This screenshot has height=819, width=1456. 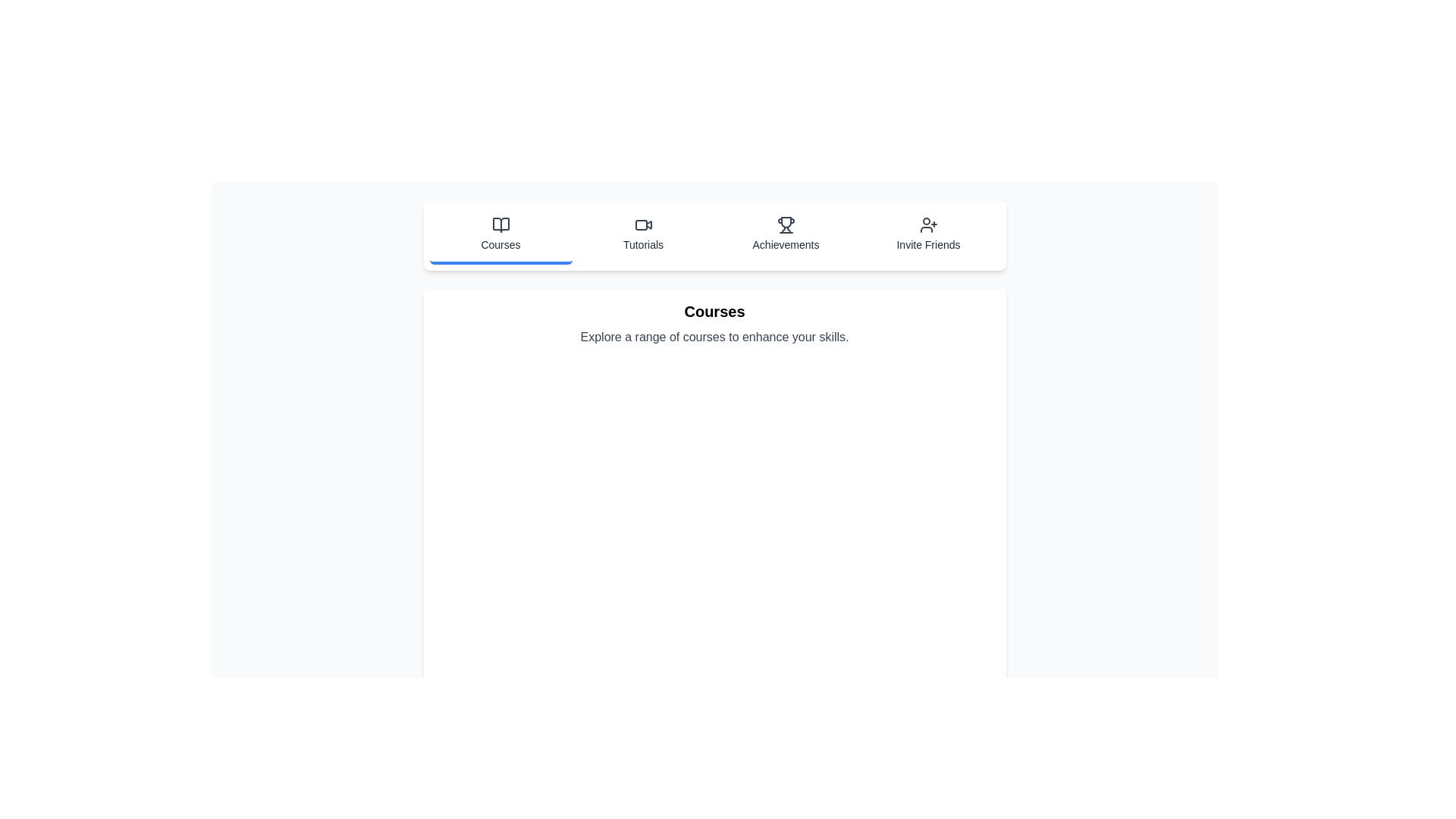 What do you see at coordinates (643, 236) in the screenshot?
I see `the 'Tutorials' button, which features a video camera icon above the text` at bounding box center [643, 236].